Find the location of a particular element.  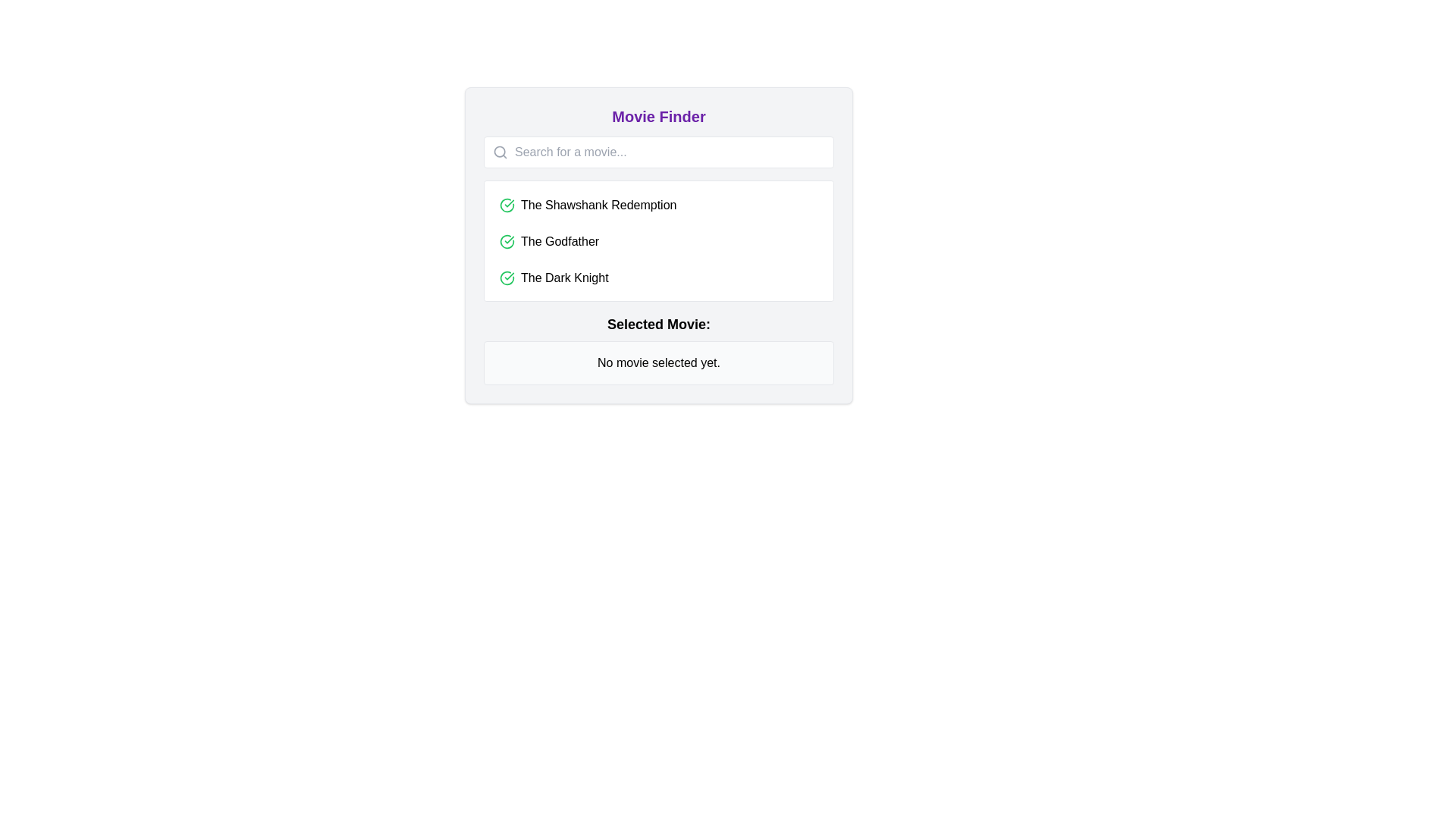

the scrollable list of selectable movie titles to understand its content is located at coordinates (658, 240).